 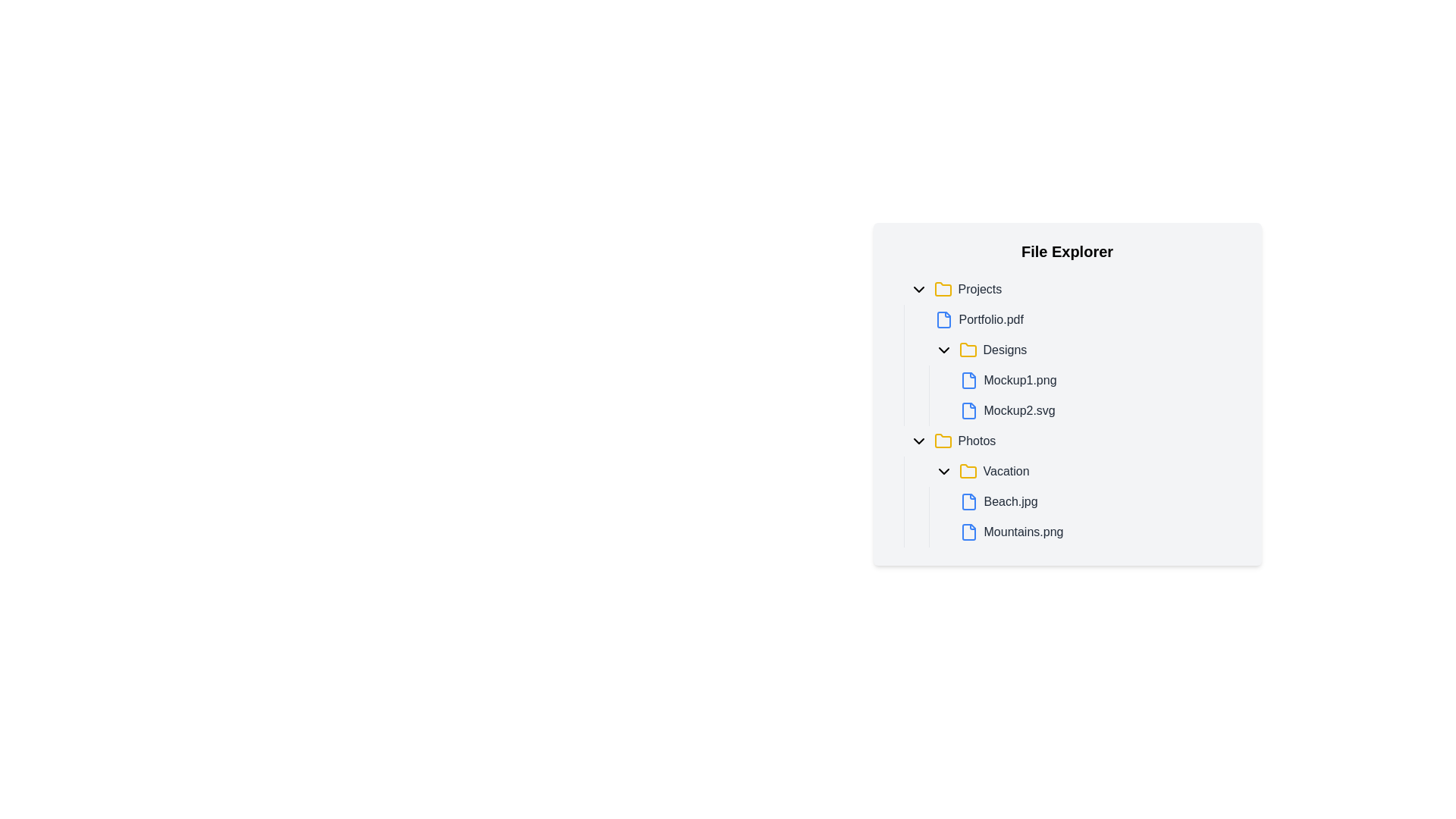 What do you see at coordinates (967, 470) in the screenshot?
I see `the yellow folder icon with rounded edges adjacent` at bounding box center [967, 470].